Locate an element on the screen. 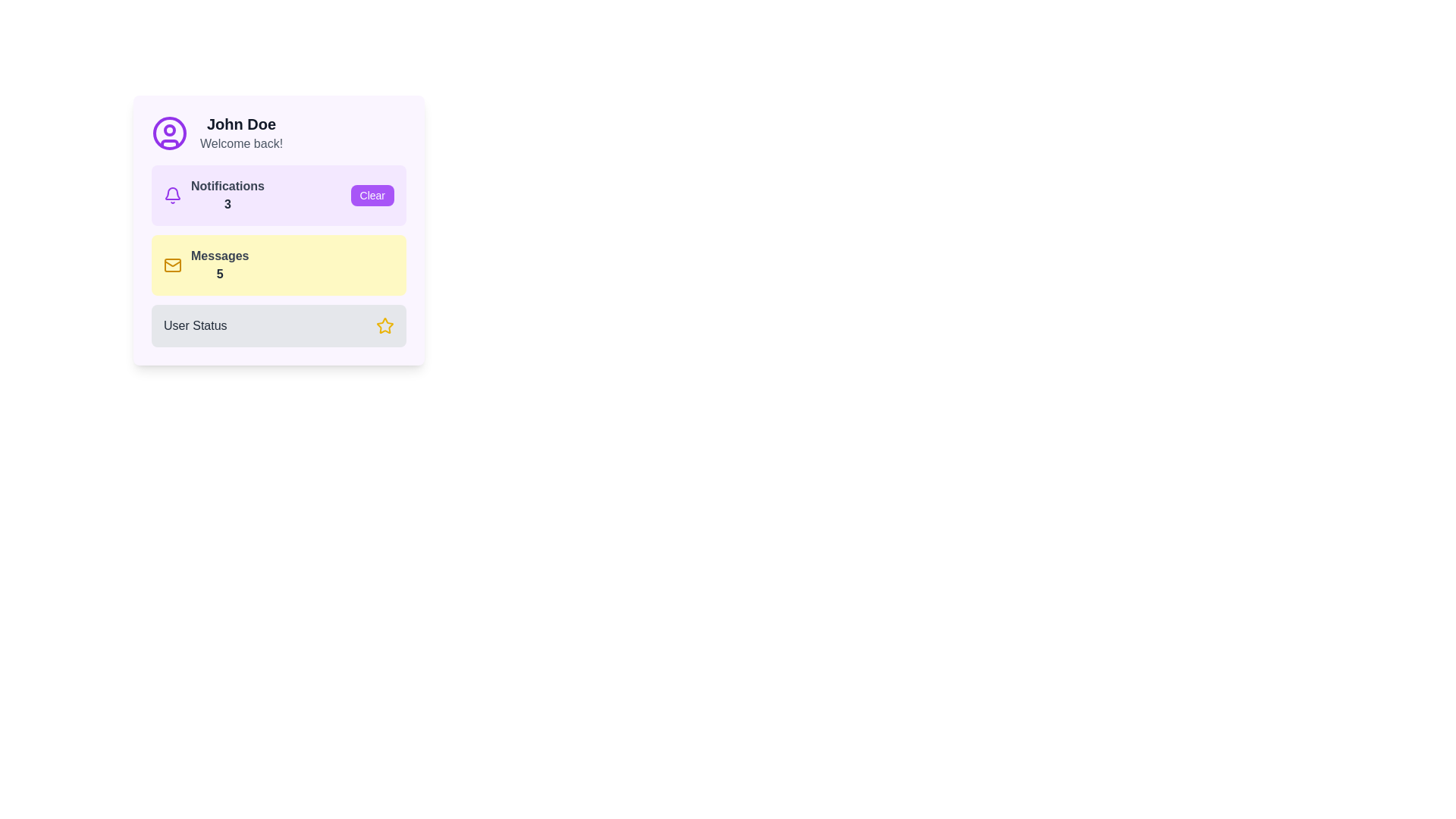 This screenshot has height=819, width=1456. the yellowish-orange envelope icon with rounded corners located in the 'Messages' section of the user interface is located at coordinates (172, 265).